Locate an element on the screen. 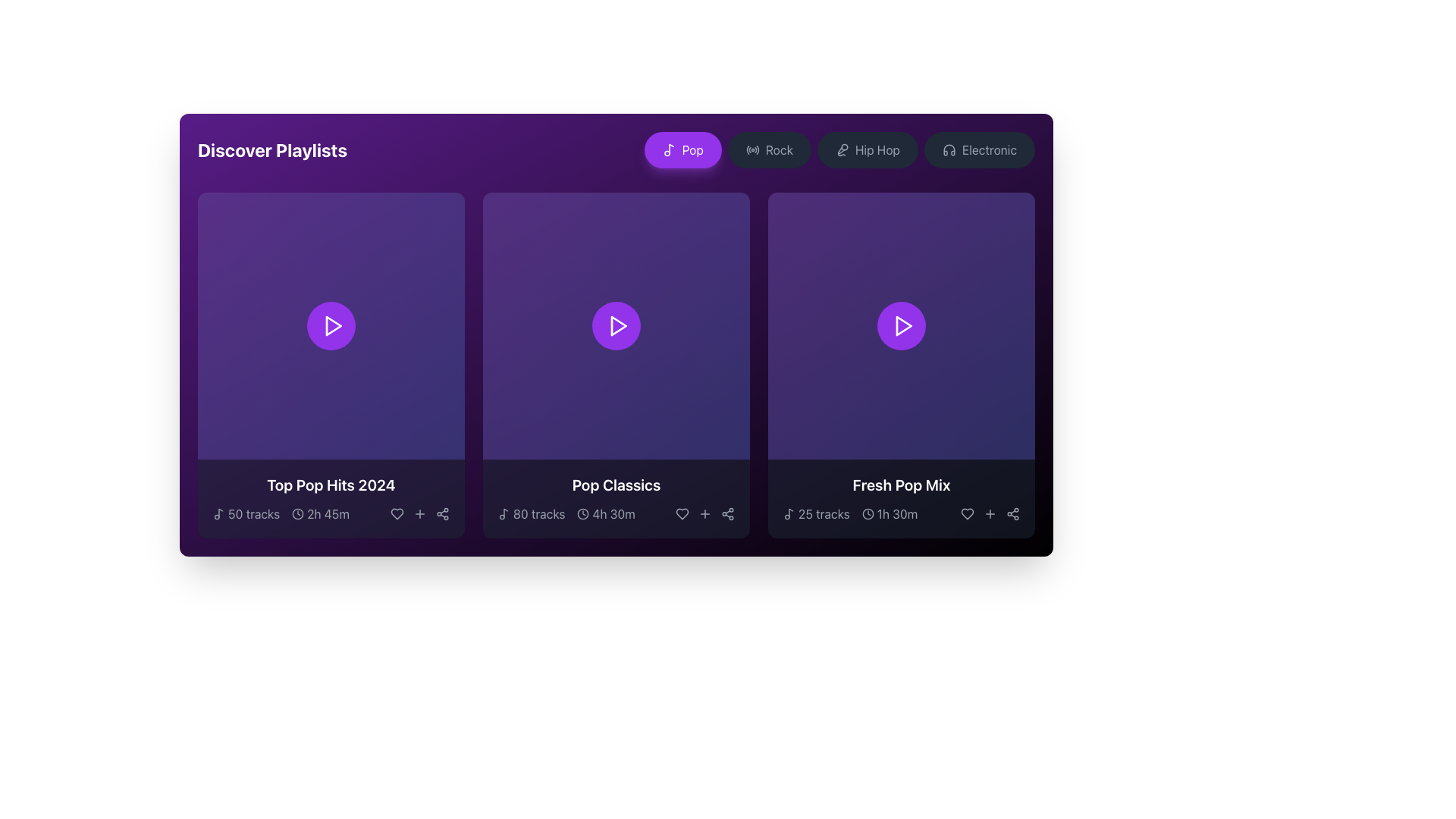 The image size is (1456, 819). the purple play icon graphic, which is a rightward-pointing triangle located at the center of the first card in the 'Discover Playlists' section, to trigger potential animation or tooltip is located at coordinates (333, 325).